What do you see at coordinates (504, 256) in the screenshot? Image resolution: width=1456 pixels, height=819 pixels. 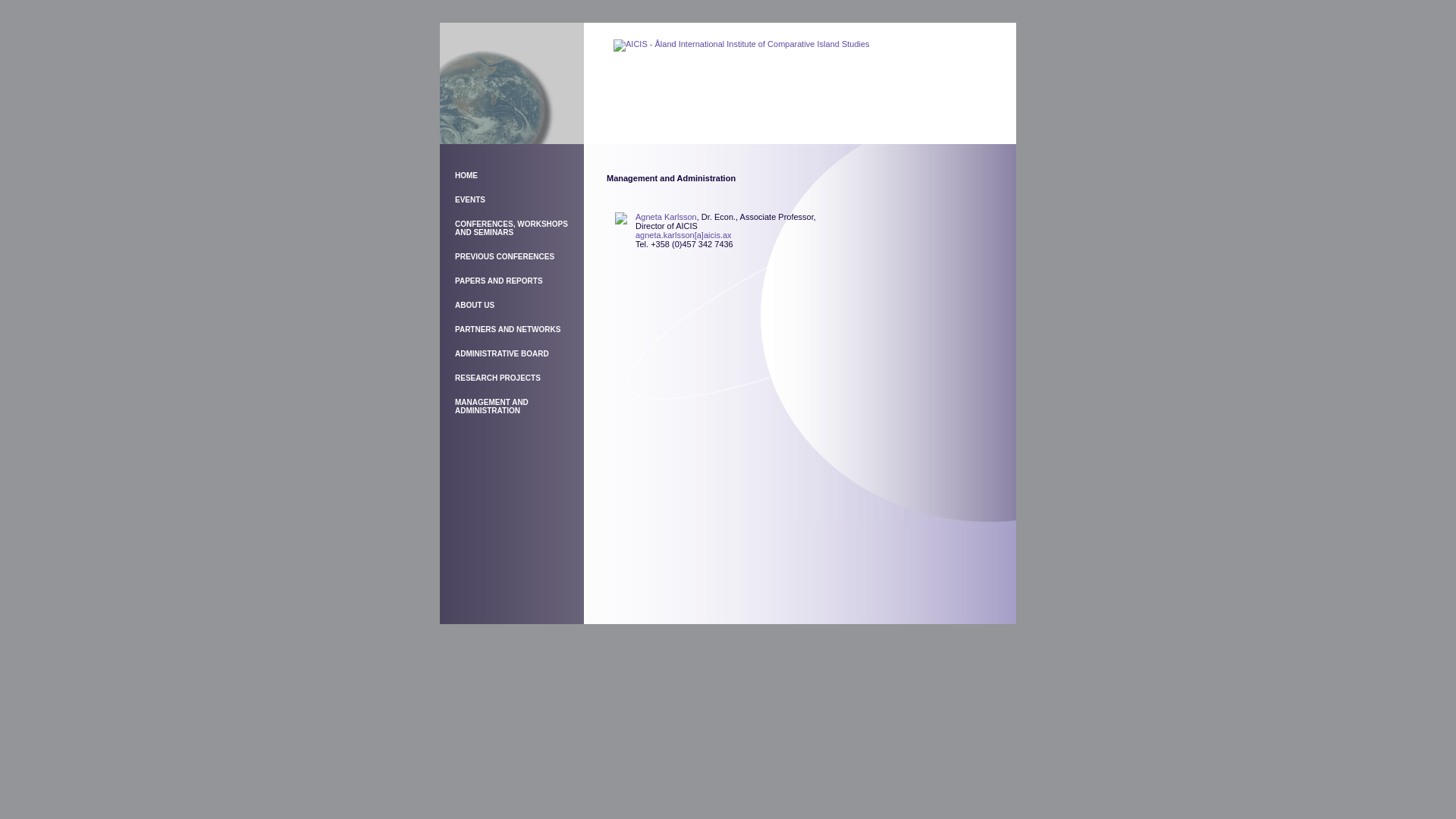 I see `'PREVIOUS CONFERENCES'` at bounding box center [504, 256].